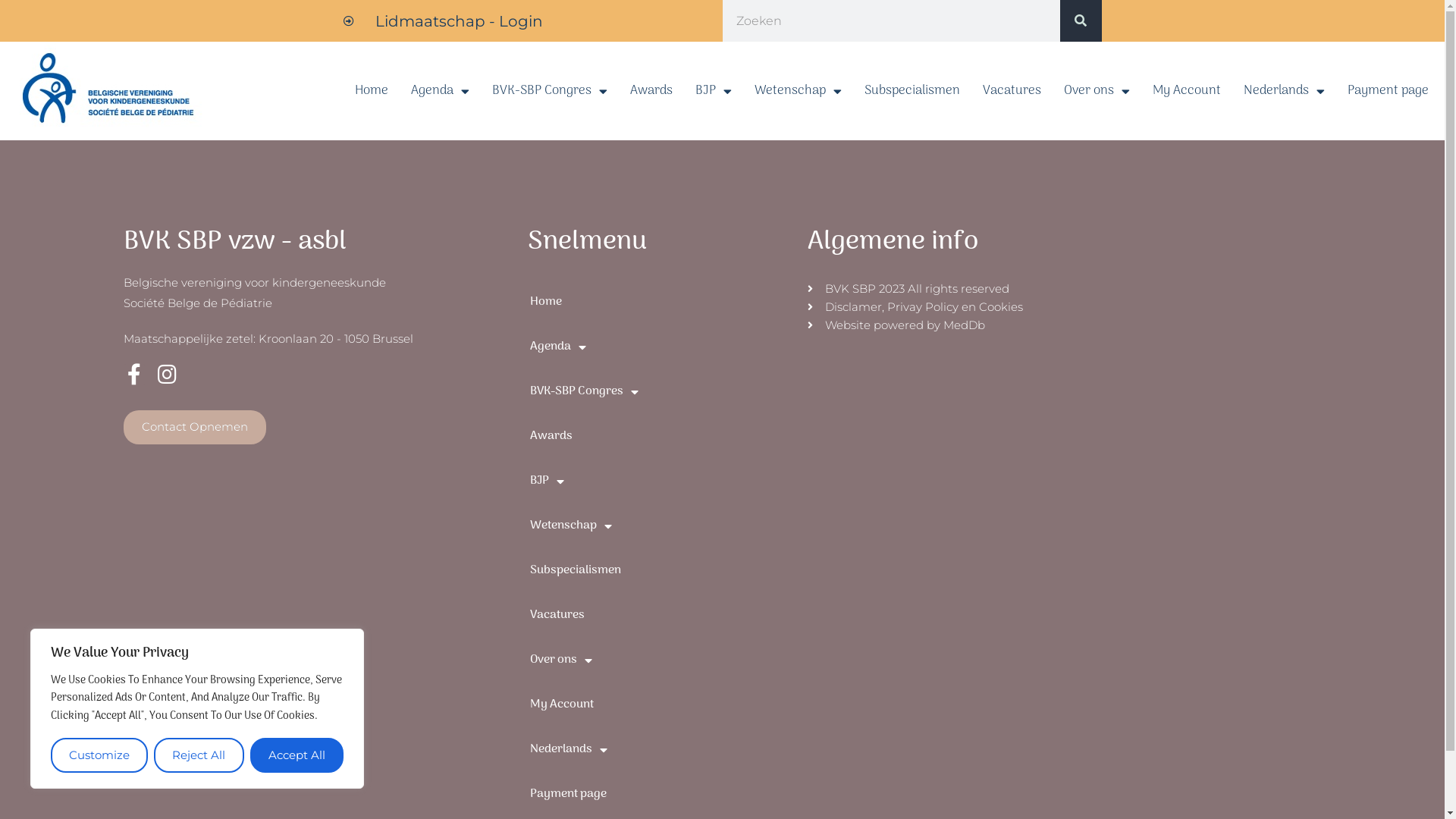 This screenshot has width=1456, height=819. What do you see at coordinates (297, 755) in the screenshot?
I see `'Accept All'` at bounding box center [297, 755].